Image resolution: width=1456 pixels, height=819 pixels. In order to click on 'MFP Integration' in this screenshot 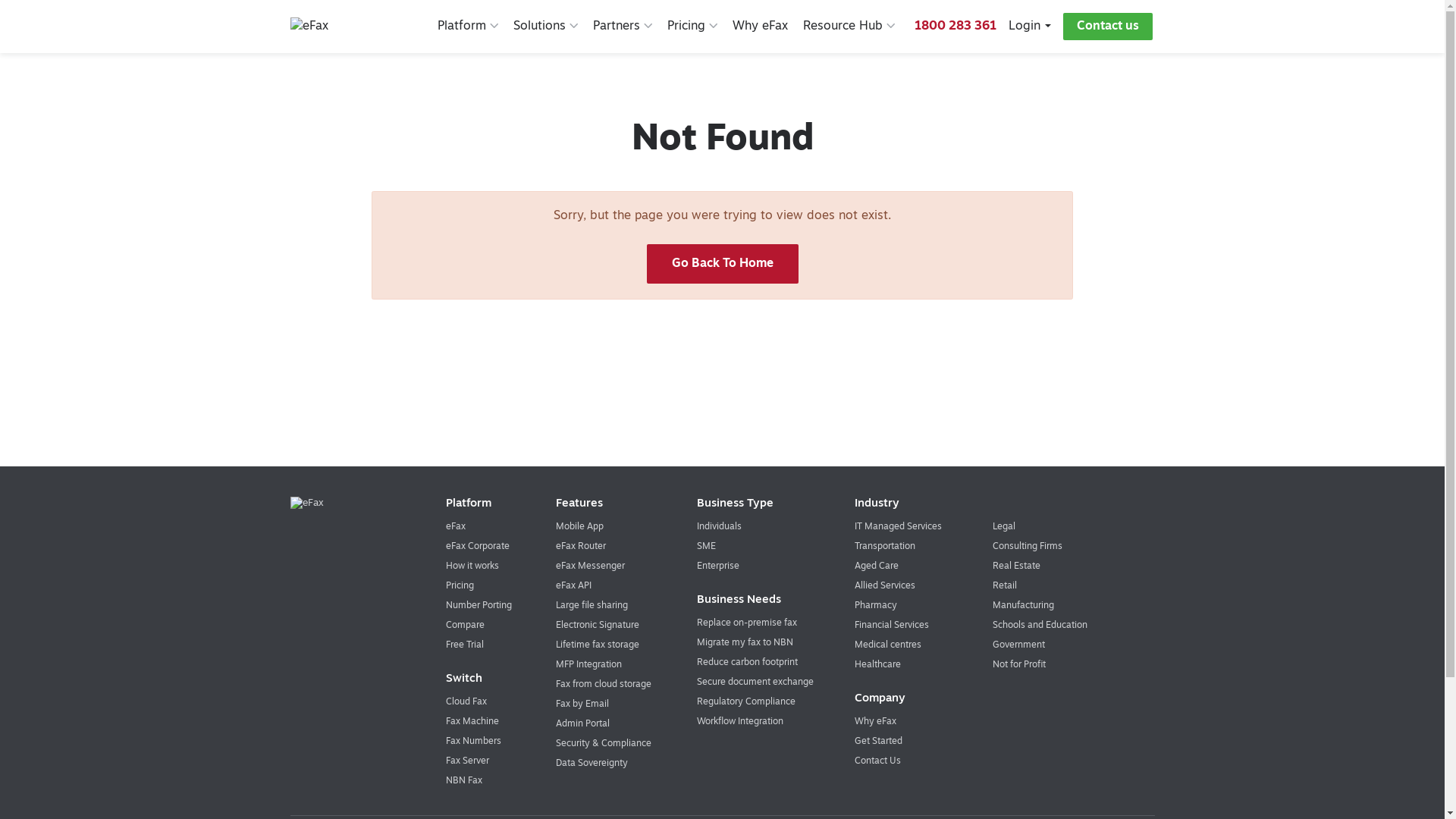, I will do `click(588, 664)`.